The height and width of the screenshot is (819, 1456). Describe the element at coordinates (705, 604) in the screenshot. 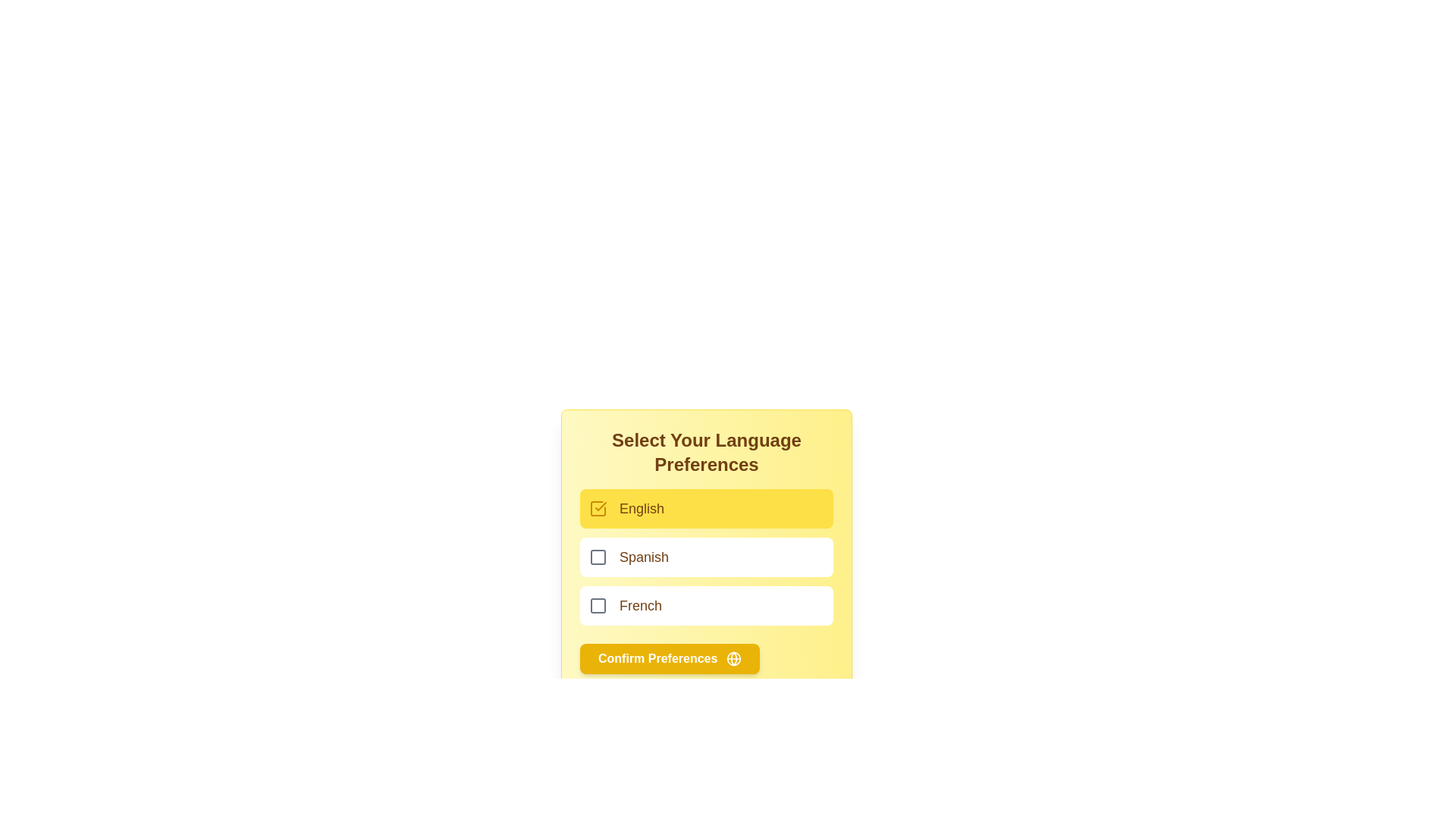

I see `the 'French' language checkbox located within a yellow-themed modal for language selection preferences` at that location.